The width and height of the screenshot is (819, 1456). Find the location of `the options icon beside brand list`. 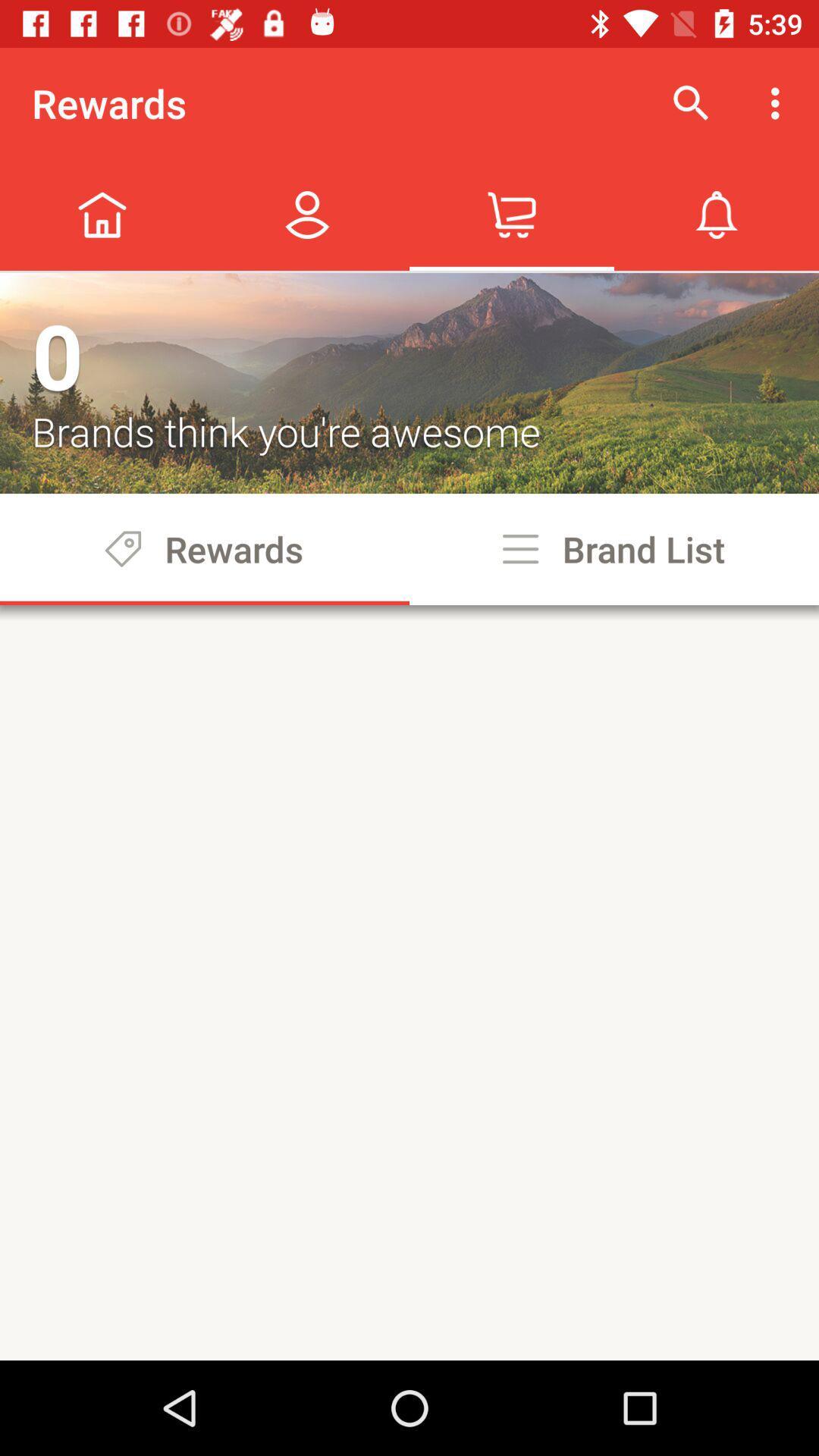

the options icon beside brand list is located at coordinates (519, 548).